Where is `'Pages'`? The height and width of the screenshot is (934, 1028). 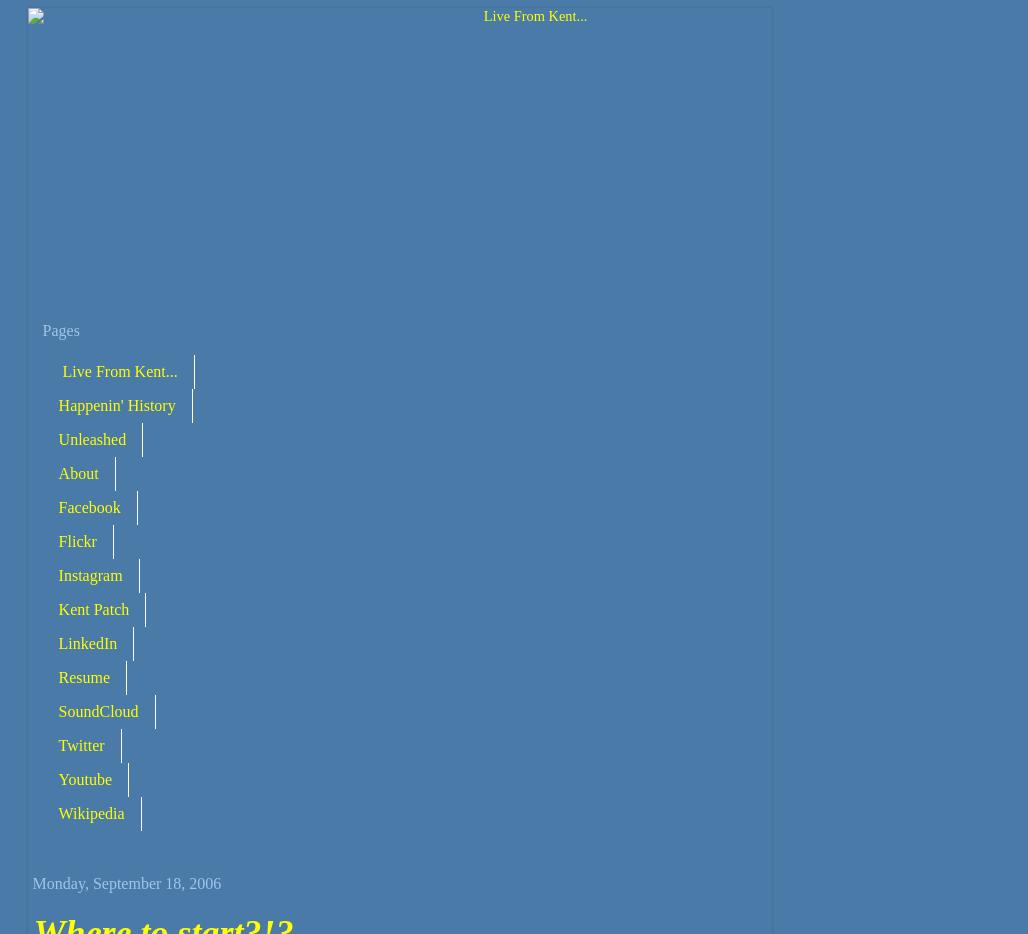 'Pages' is located at coordinates (60, 330).